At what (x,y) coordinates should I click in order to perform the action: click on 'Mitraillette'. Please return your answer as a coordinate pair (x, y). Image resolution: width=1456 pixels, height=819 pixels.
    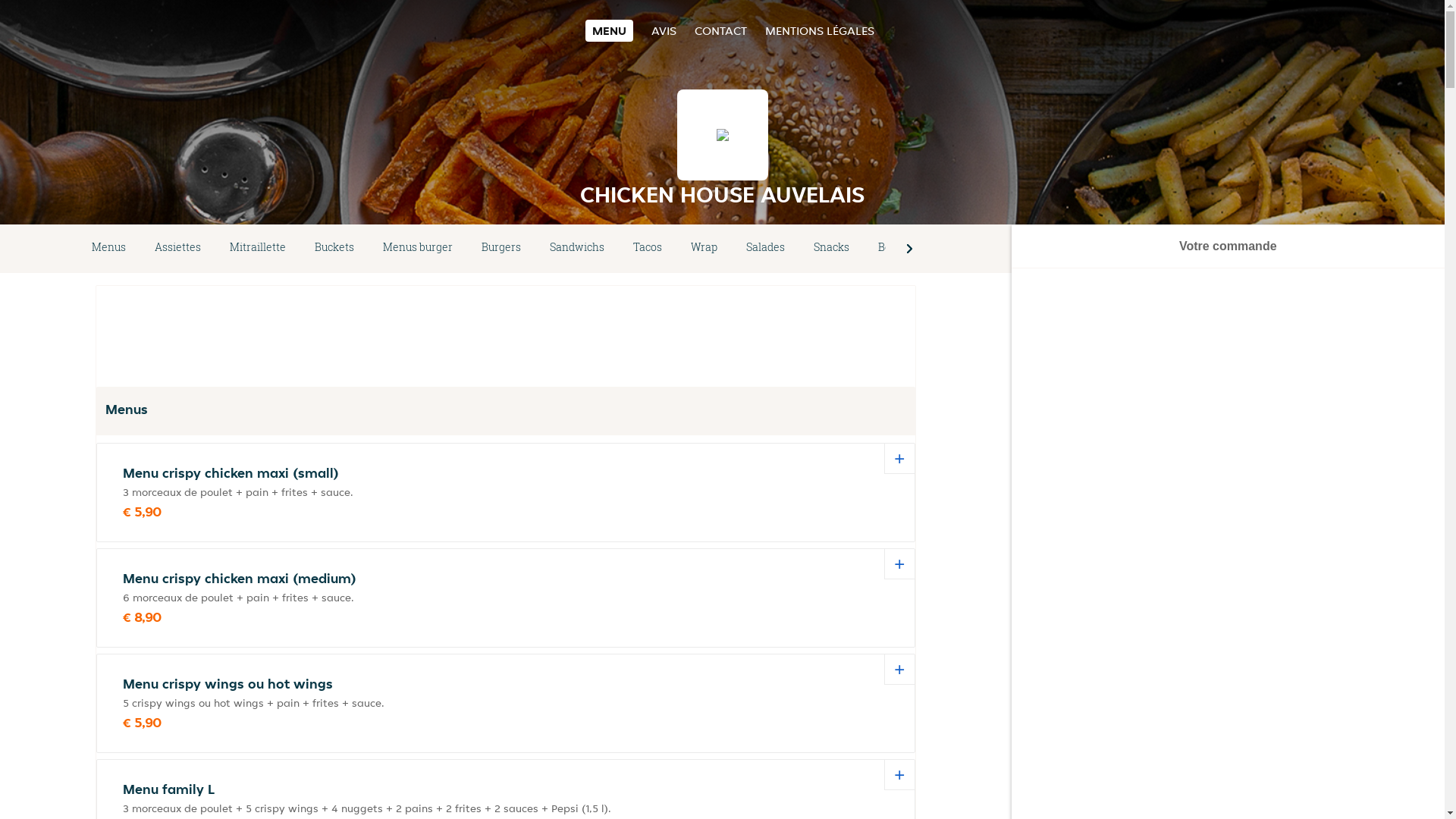
    Looking at the image, I should click on (214, 247).